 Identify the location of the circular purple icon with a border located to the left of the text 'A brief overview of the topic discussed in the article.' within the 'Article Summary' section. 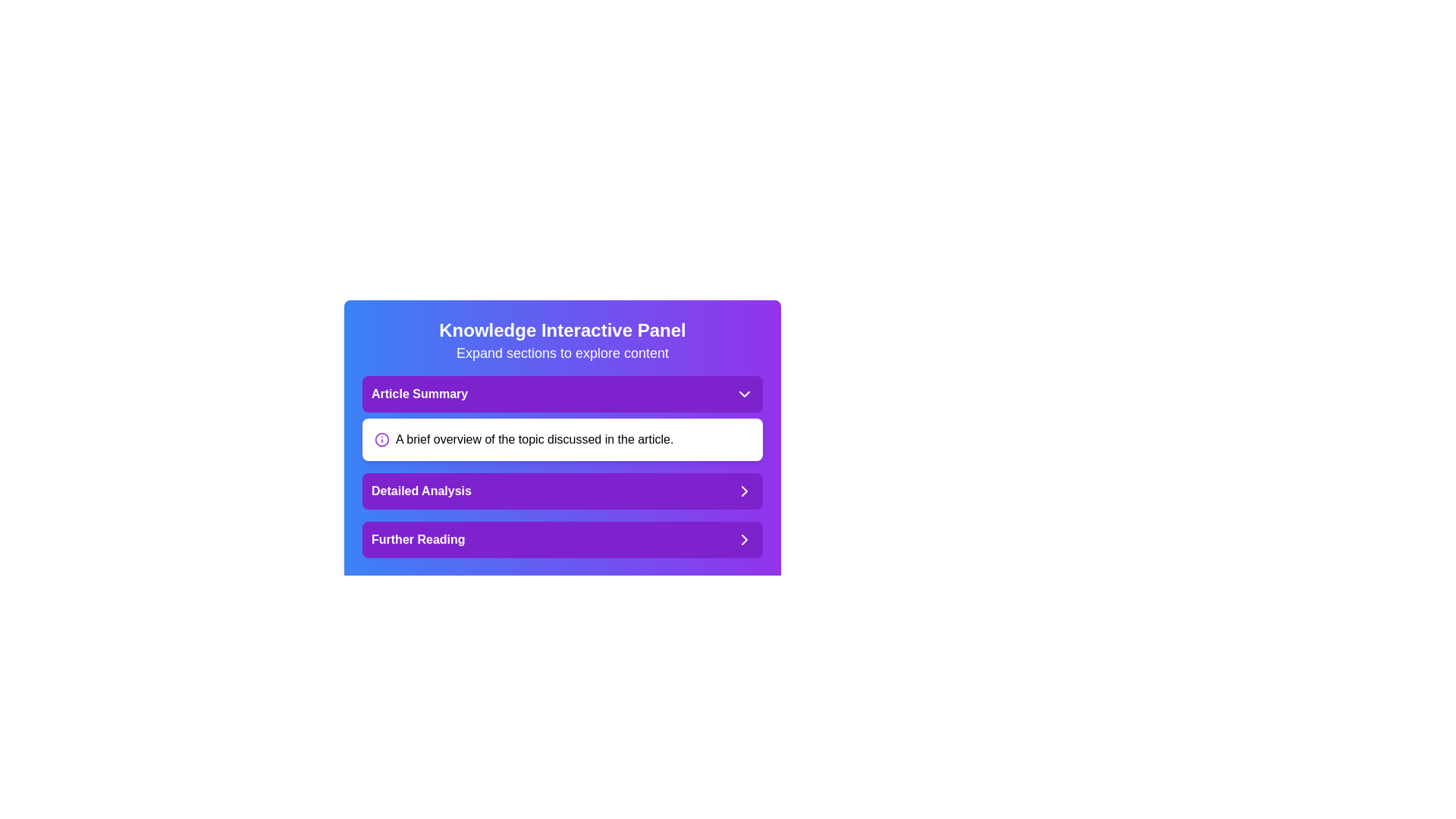
(382, 439).